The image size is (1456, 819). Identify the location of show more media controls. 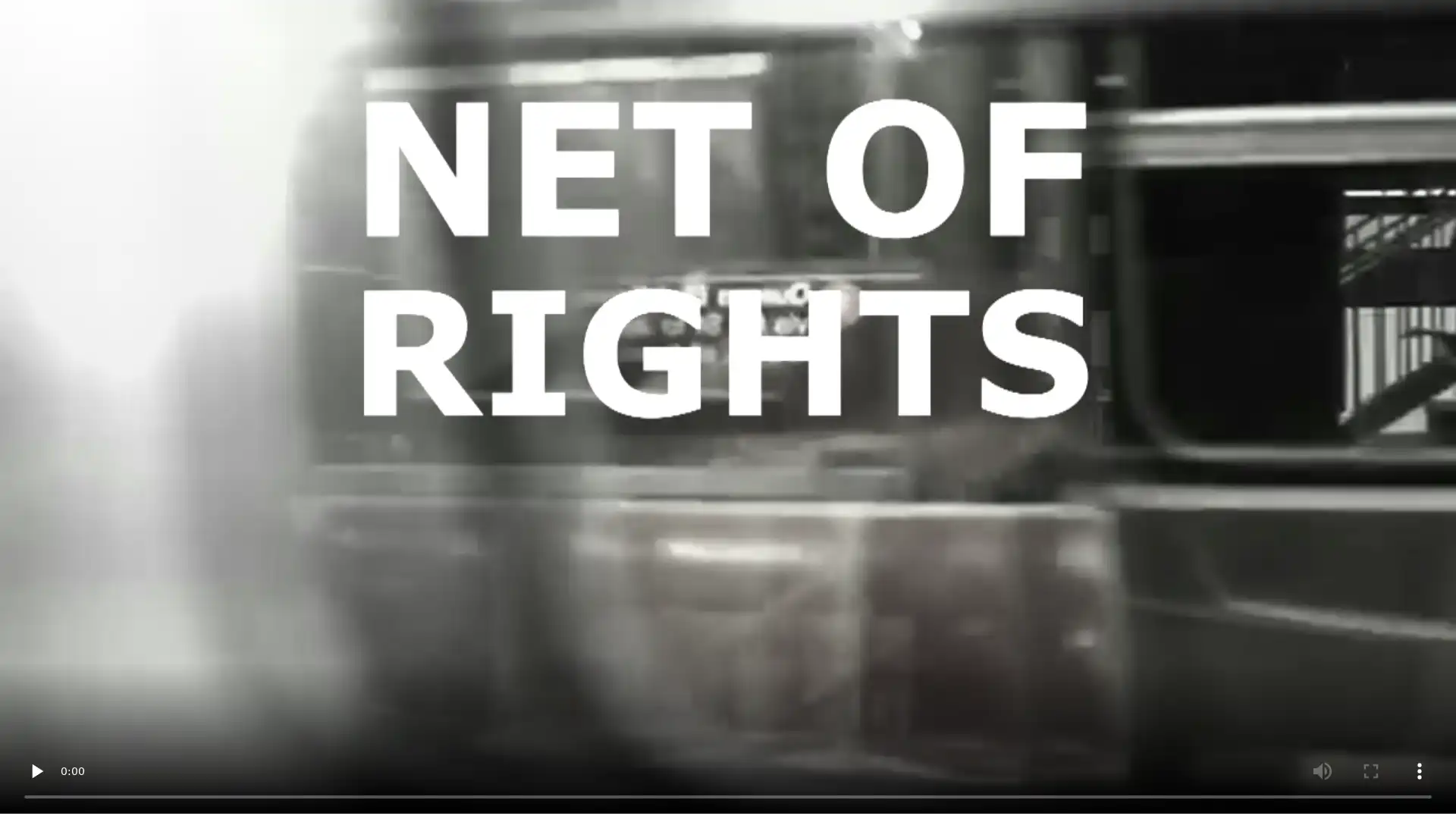
(1419, 770).